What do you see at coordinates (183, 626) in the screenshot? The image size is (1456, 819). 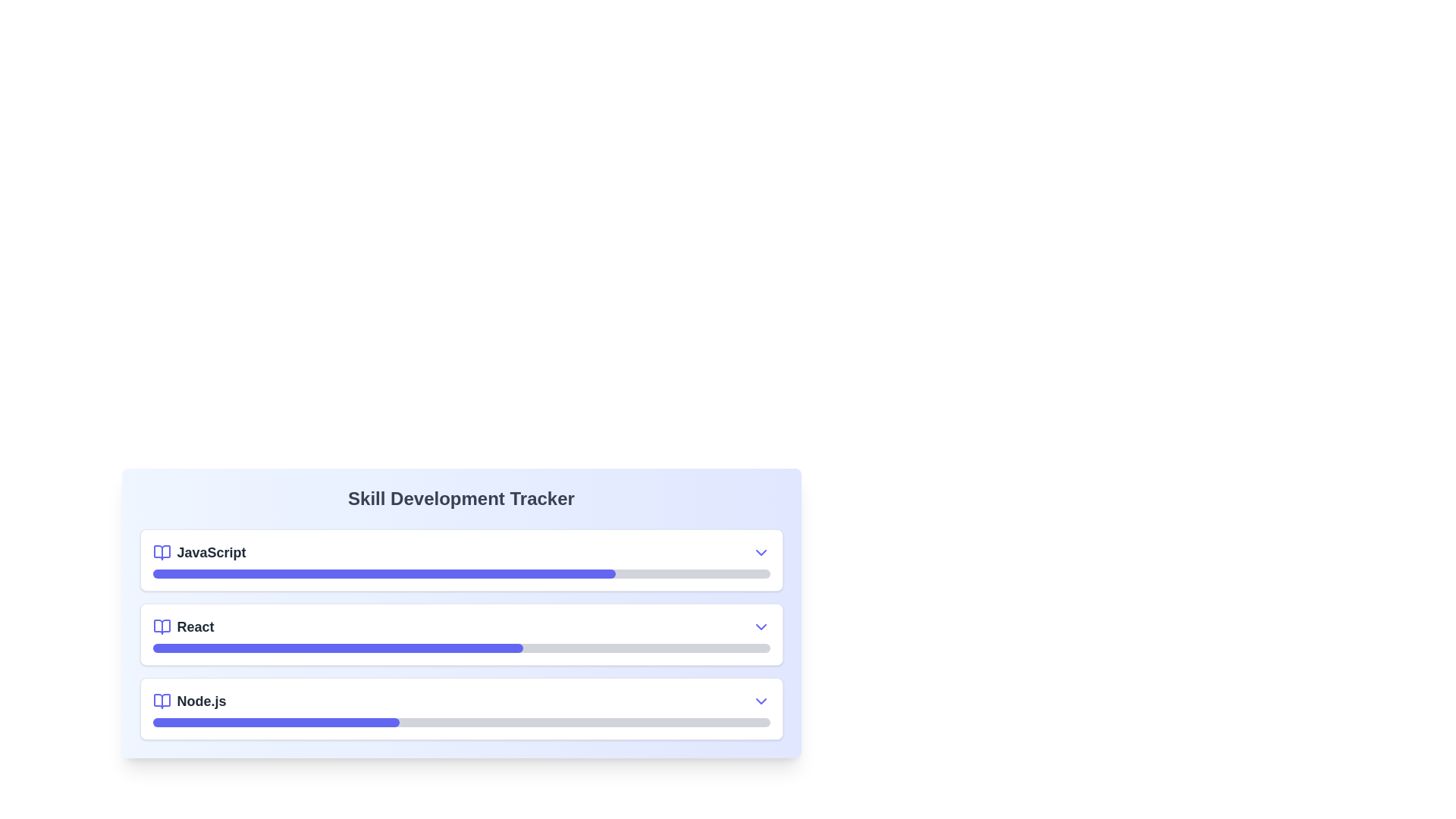 I see `the icon associated with the 'React' label, which is the second item in a vertically aligned list of three items` at bounding box center [183, 626].